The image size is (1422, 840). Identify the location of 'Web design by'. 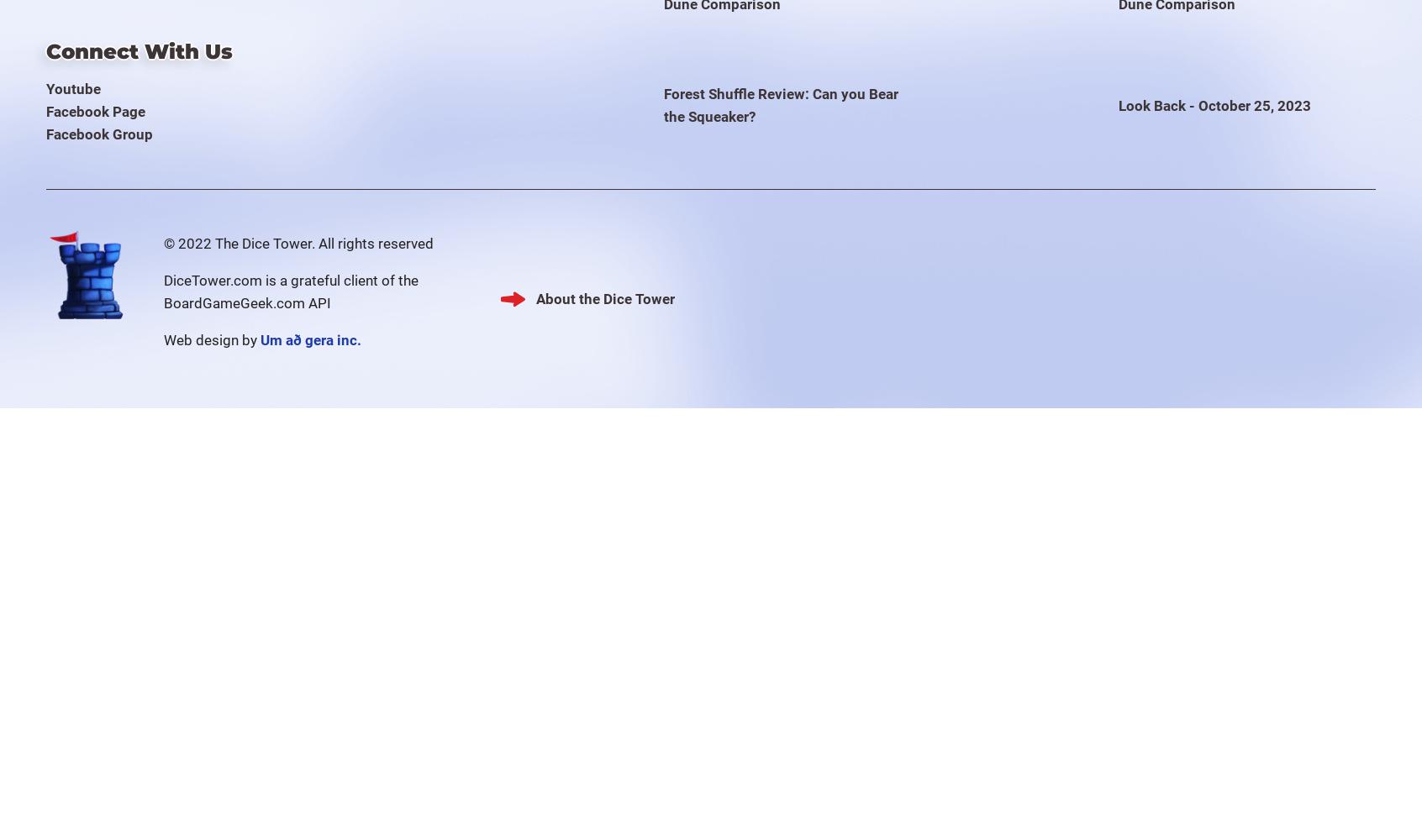
(212, 339).